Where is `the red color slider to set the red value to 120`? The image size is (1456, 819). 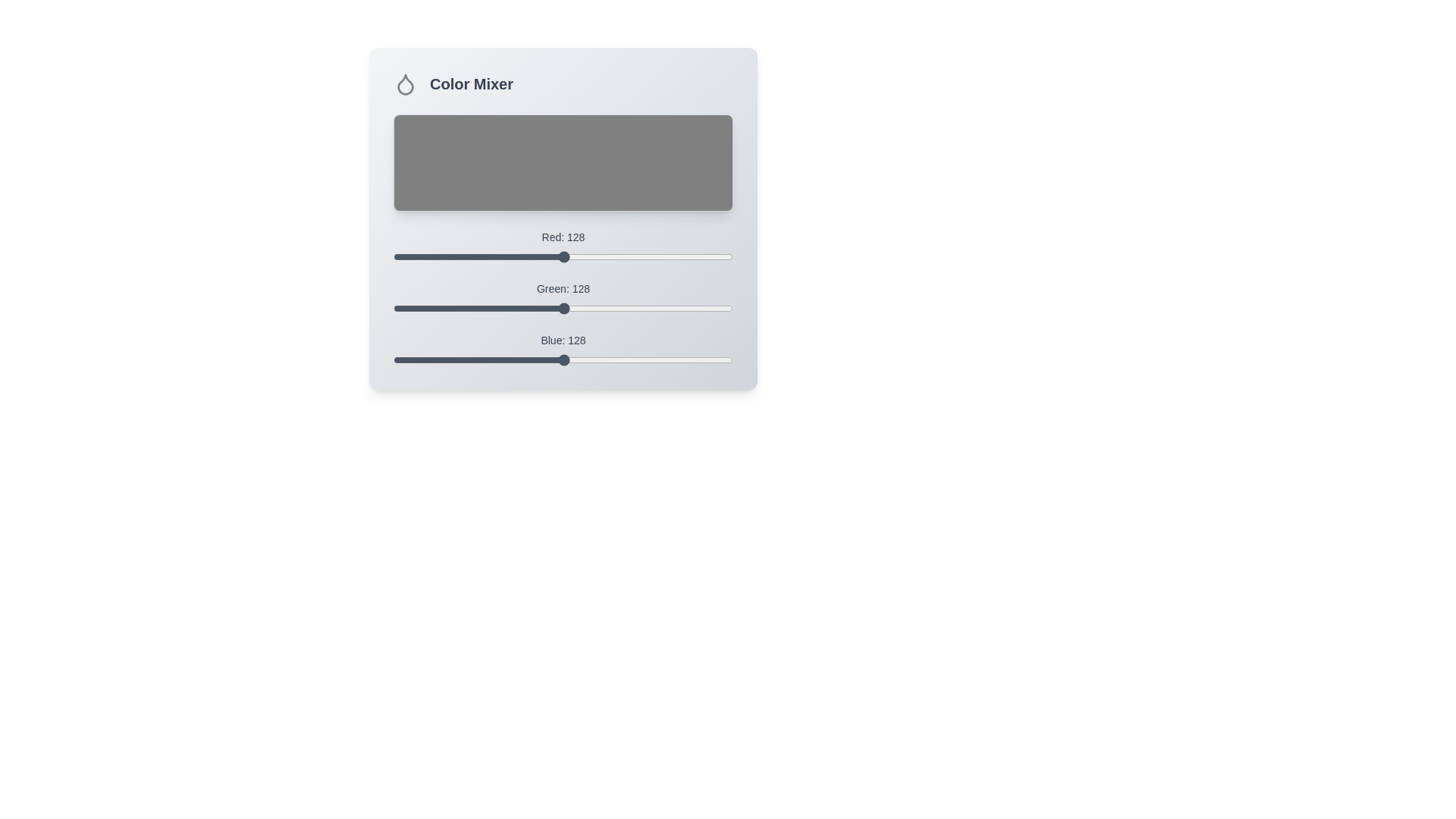
the red color slider to set the red value to 120 is located at coordinates (552, 256).